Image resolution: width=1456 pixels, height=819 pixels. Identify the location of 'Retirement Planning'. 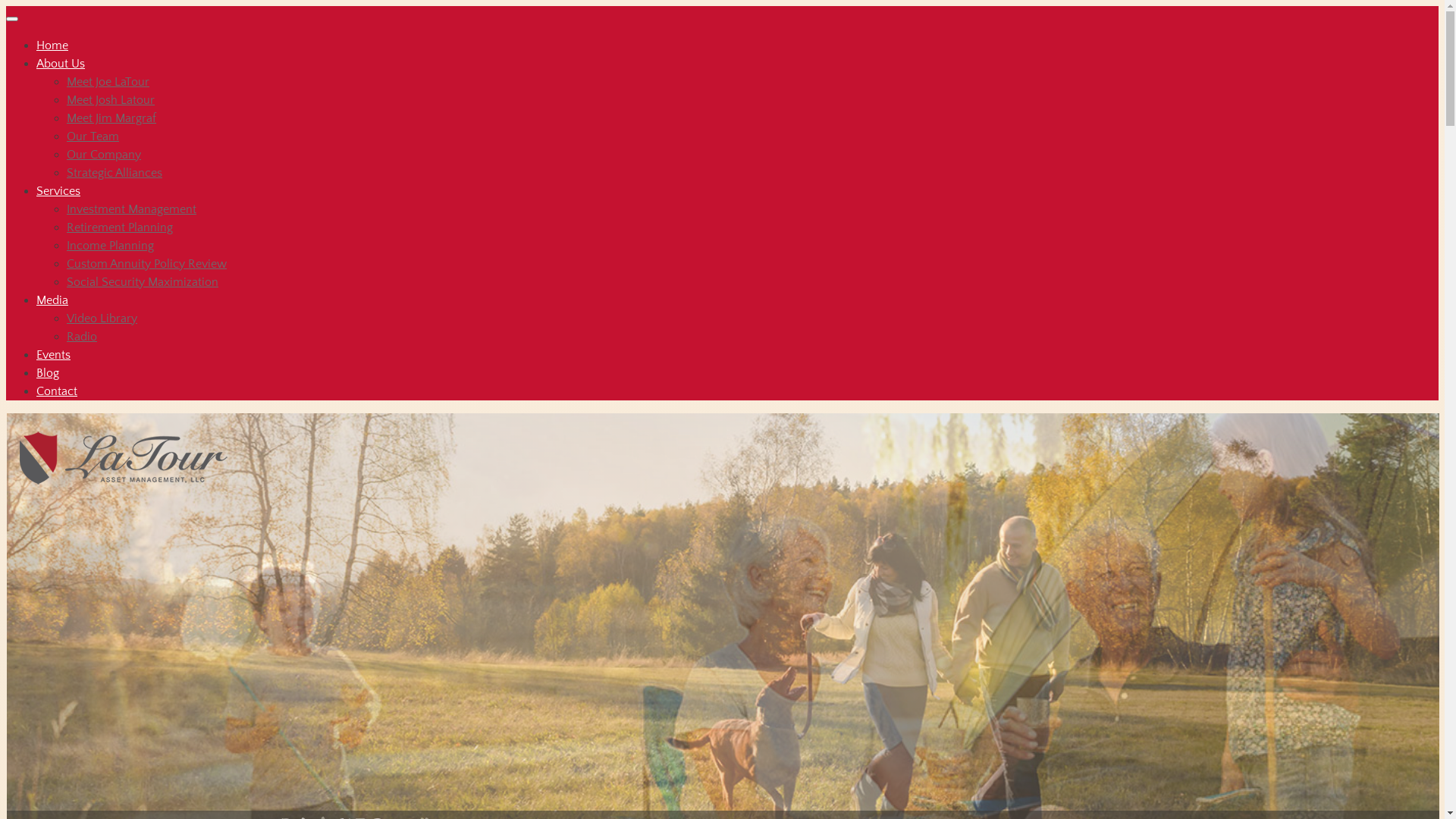
(119, 227).